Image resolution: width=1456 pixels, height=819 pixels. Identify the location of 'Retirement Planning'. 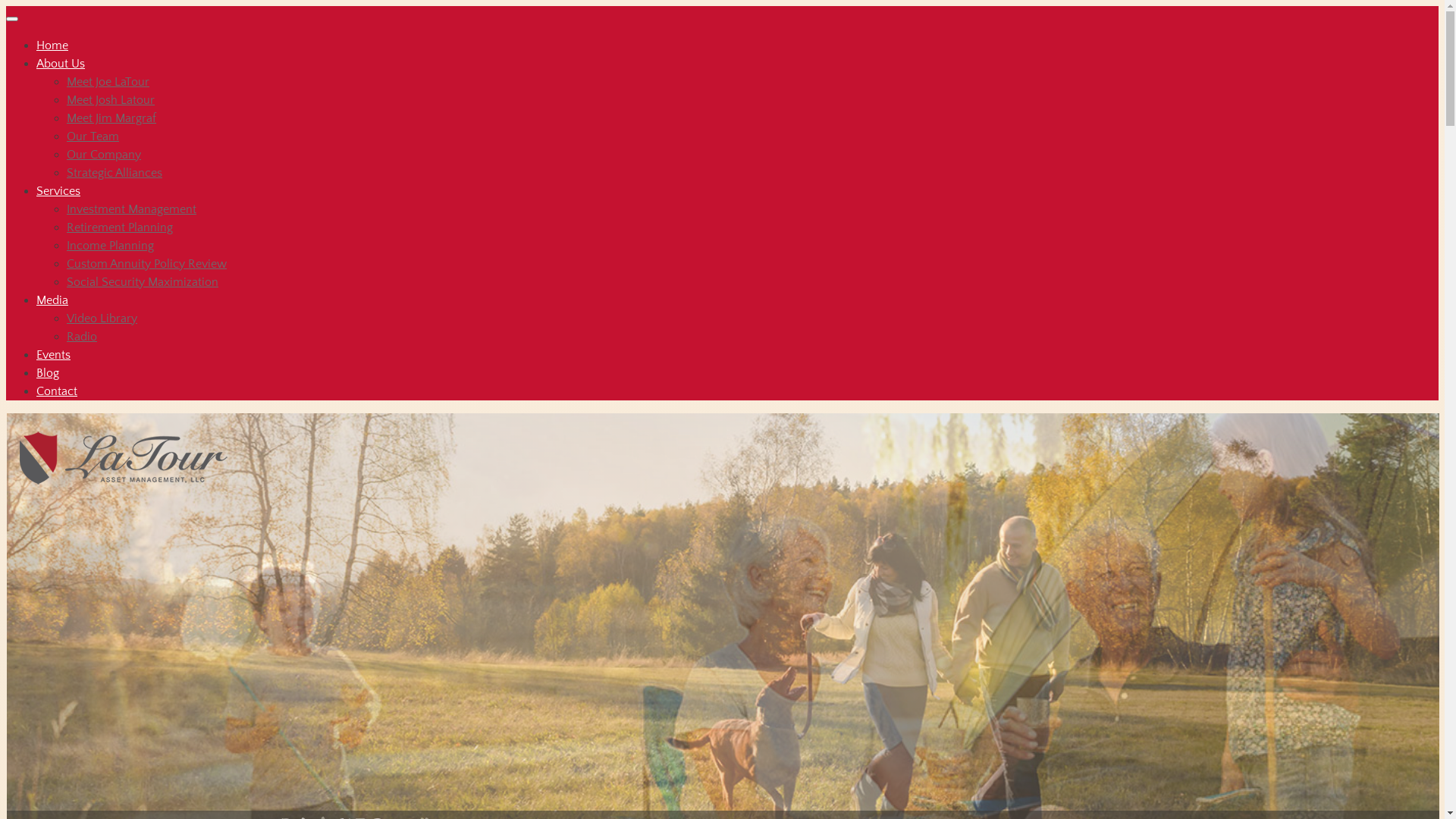
(119, 227).